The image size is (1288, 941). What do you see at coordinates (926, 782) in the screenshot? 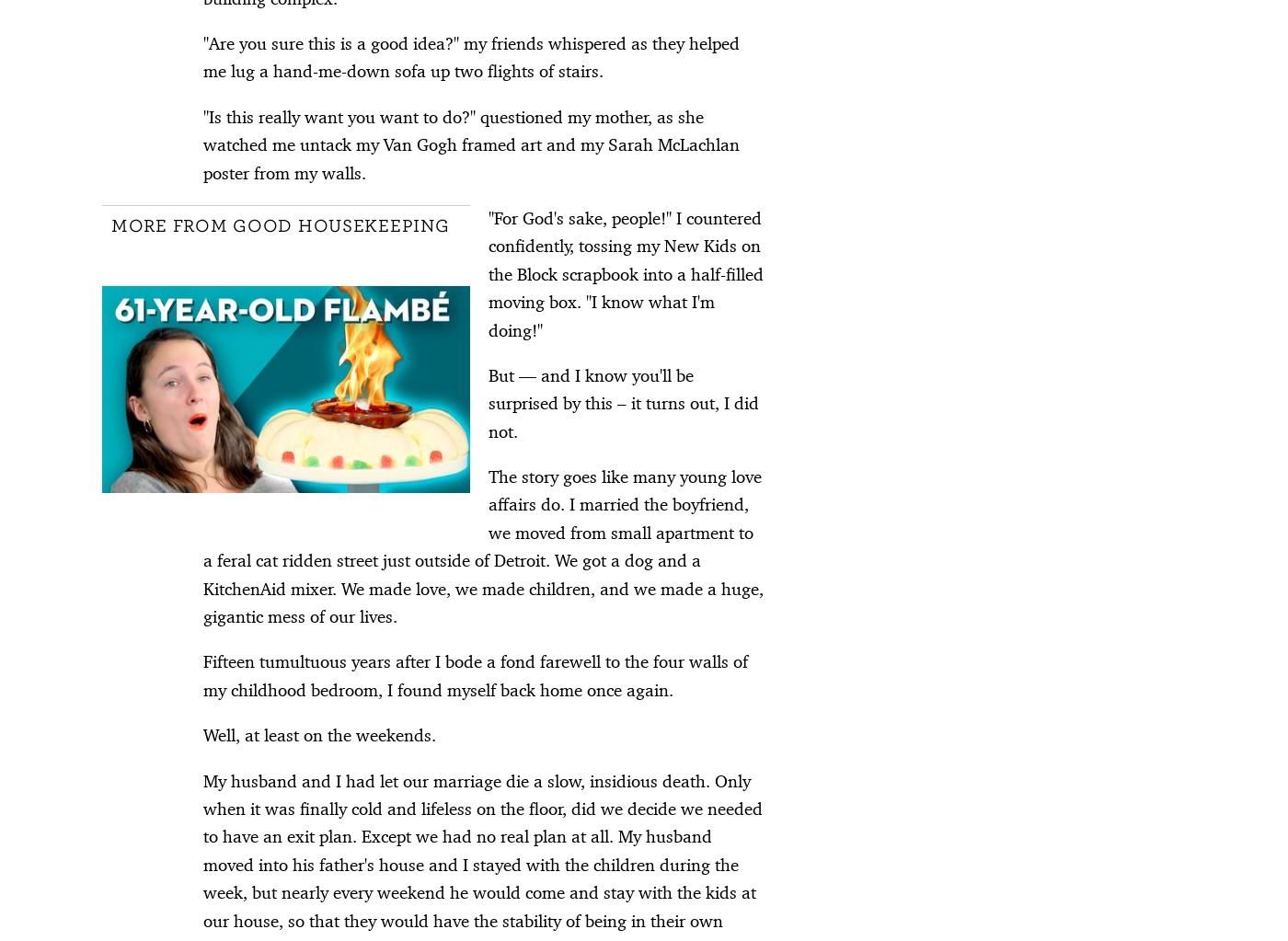
I see `'Giveaways'` at bounding box center [926, 782].